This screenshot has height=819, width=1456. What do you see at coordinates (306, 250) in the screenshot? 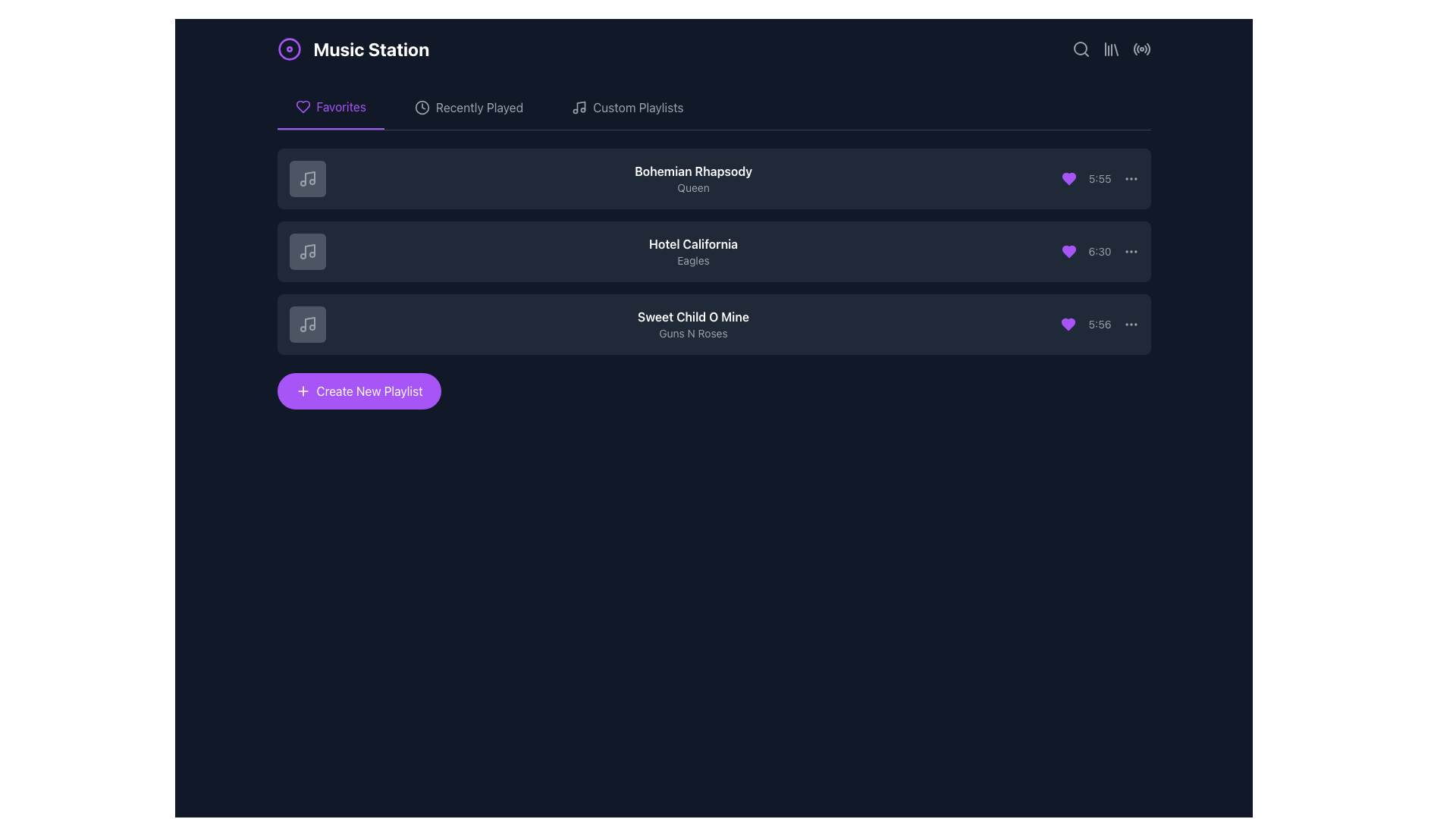
I see `the decorative icon button representing a musical item in the playlist, located to the left of the text 'Hotel California' by the Eagles in the 'Favorites' section` at bounding box center [306, 250].